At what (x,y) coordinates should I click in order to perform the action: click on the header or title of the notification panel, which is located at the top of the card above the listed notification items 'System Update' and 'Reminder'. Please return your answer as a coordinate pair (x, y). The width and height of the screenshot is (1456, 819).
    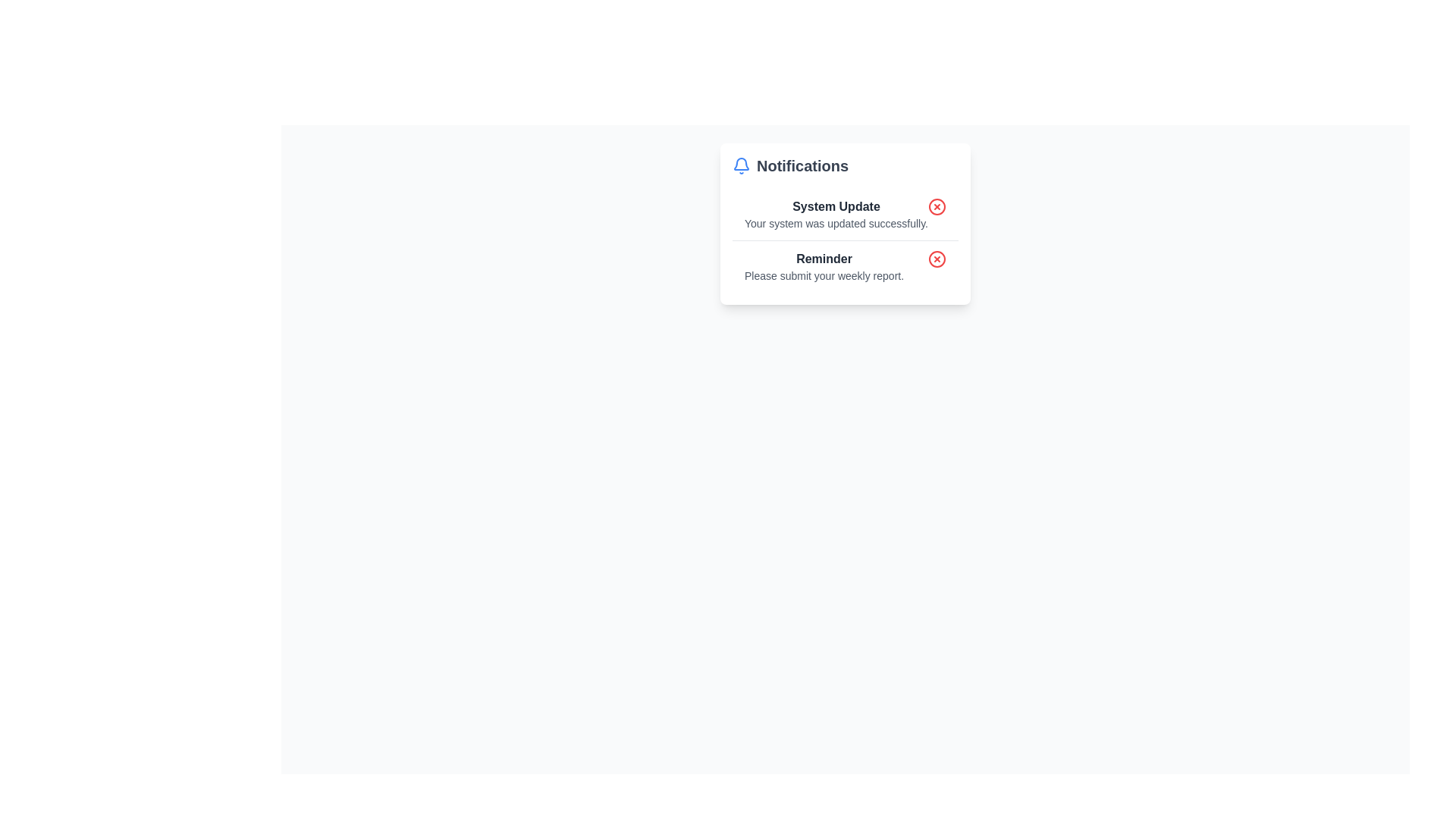
    Looking at the image, I should click on (844, 166).